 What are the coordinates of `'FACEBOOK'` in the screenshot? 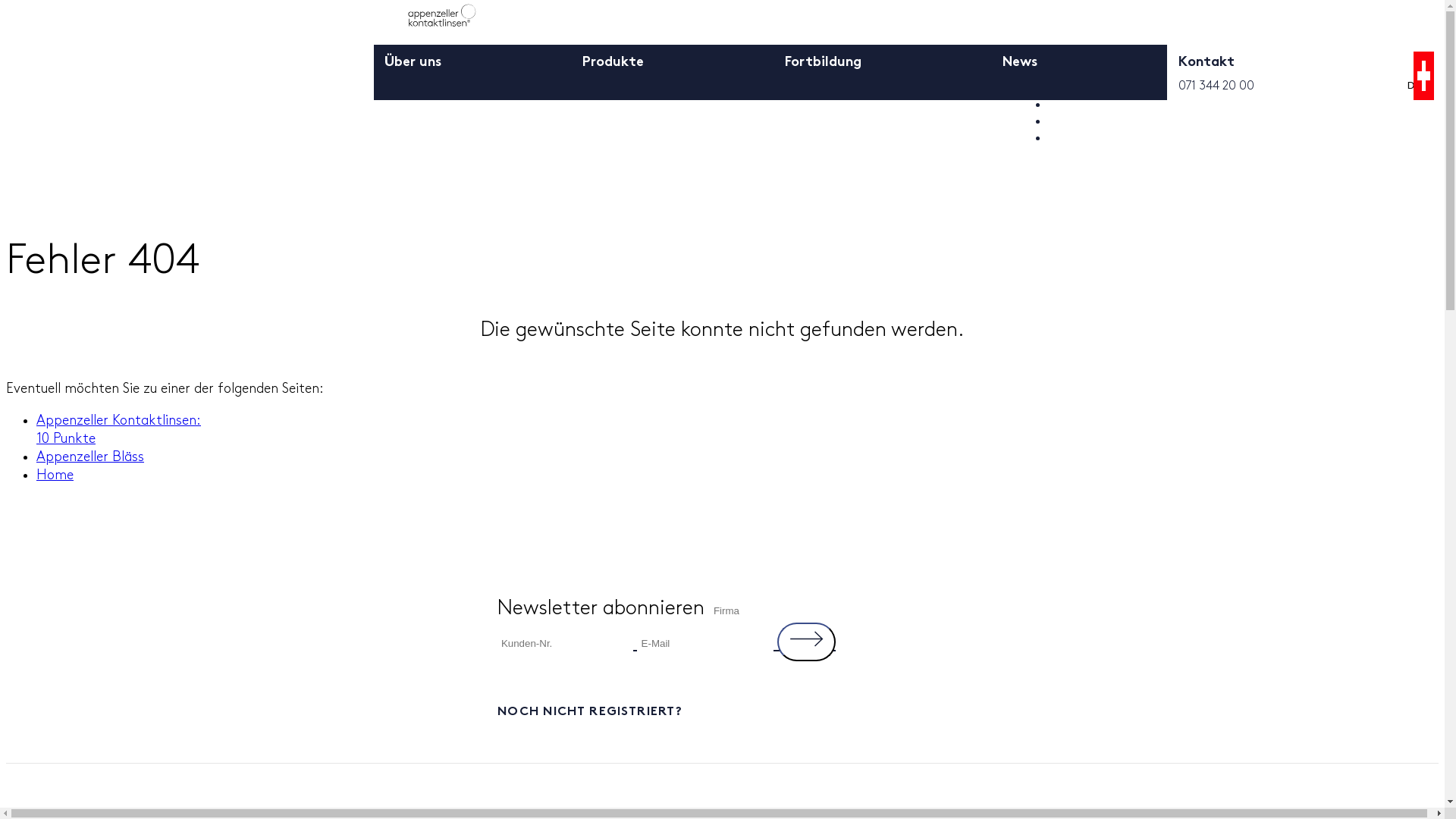 It's located at (1111, 188).